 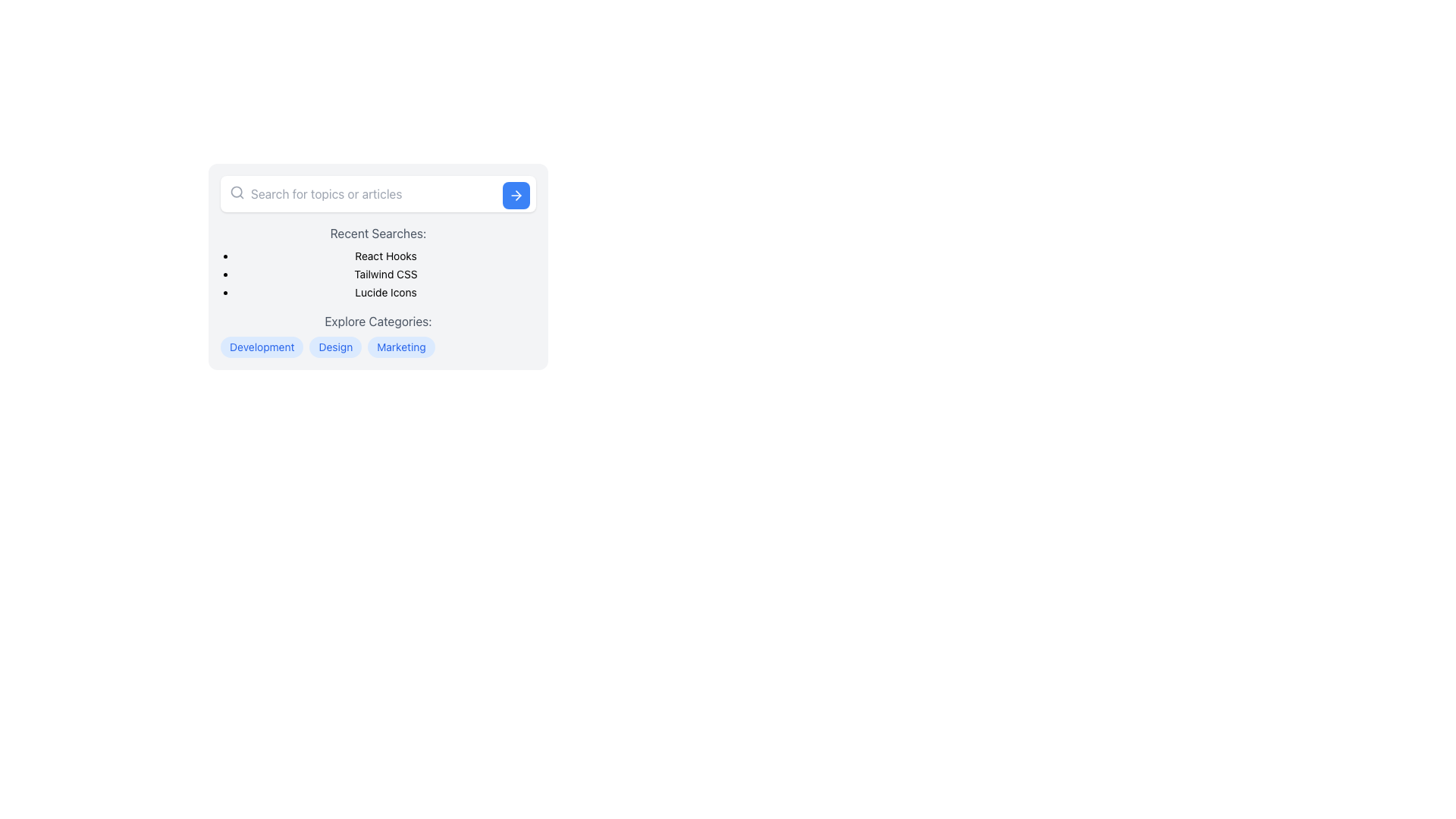 What do you see at coordinates (378, 193) in the screenshot?
I see `the rectangular text input field with a white background and gray placeholder text saying 'Search for topics or articles' to trigger the focus outline` at bounding box center [378, 193].